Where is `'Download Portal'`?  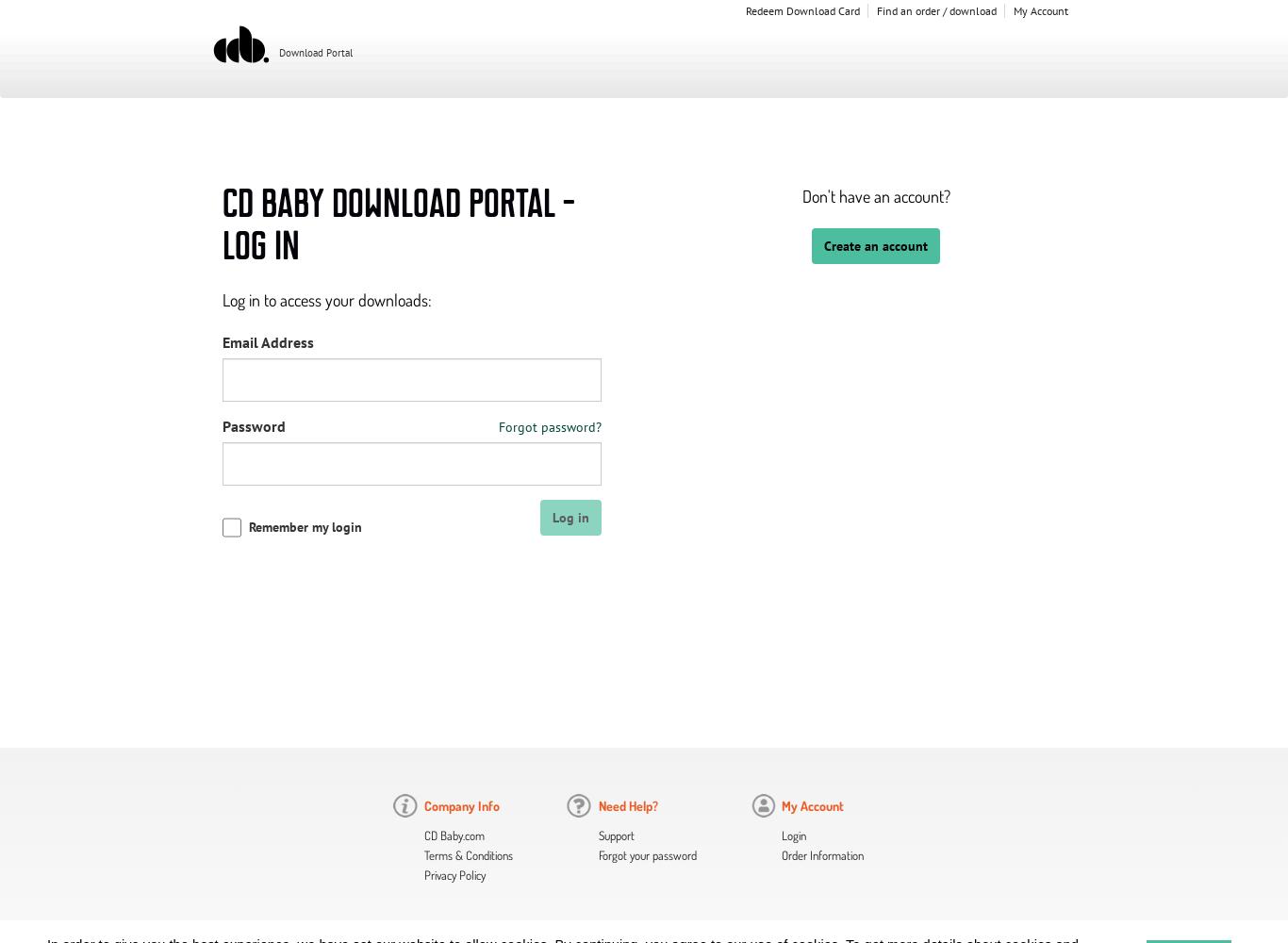 'Download Portal' is located at coordinates (314, 53).